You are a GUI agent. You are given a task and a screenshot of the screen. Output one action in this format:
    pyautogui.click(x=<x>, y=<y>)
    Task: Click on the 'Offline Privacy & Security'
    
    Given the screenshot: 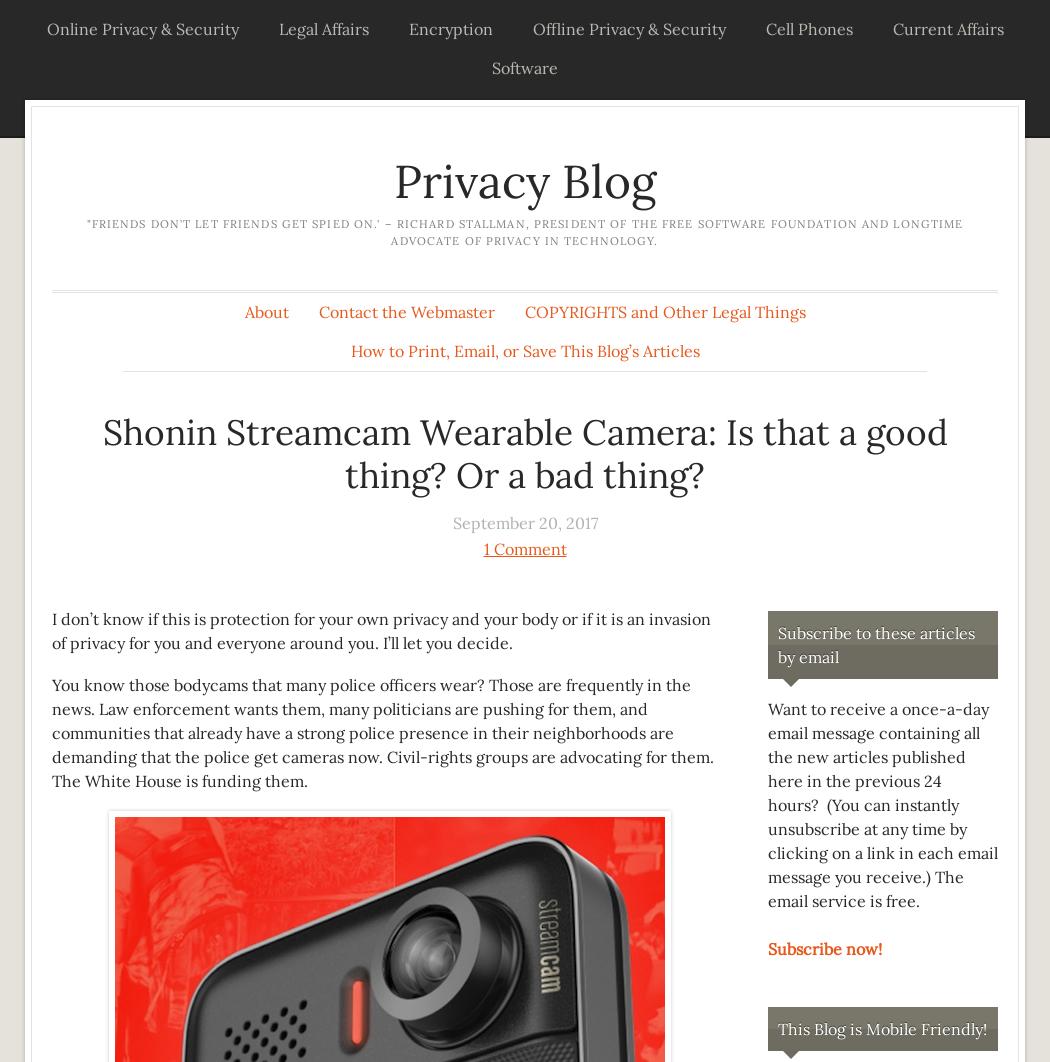 What is the action you would take?
    pyautogui.click(x=532, y=28)
    